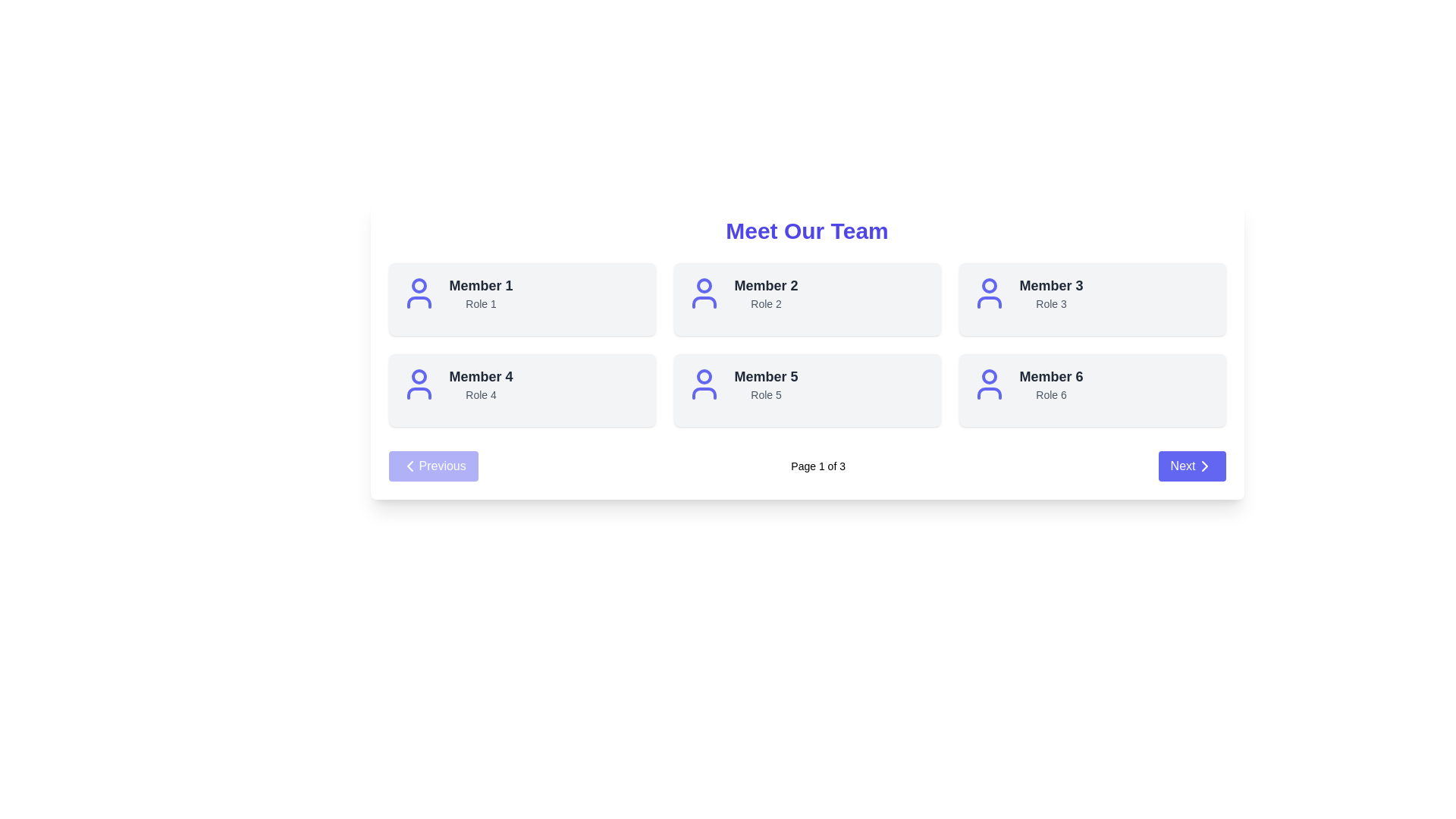 Image resolution: width=1456 pixels, height=819 pixels. What do you see at coordinates (703, 376) in the screenshot?
I see `the small circular SVG element representing the head of 'Member 5' within the team members grid` at bounding box center [703, 376].